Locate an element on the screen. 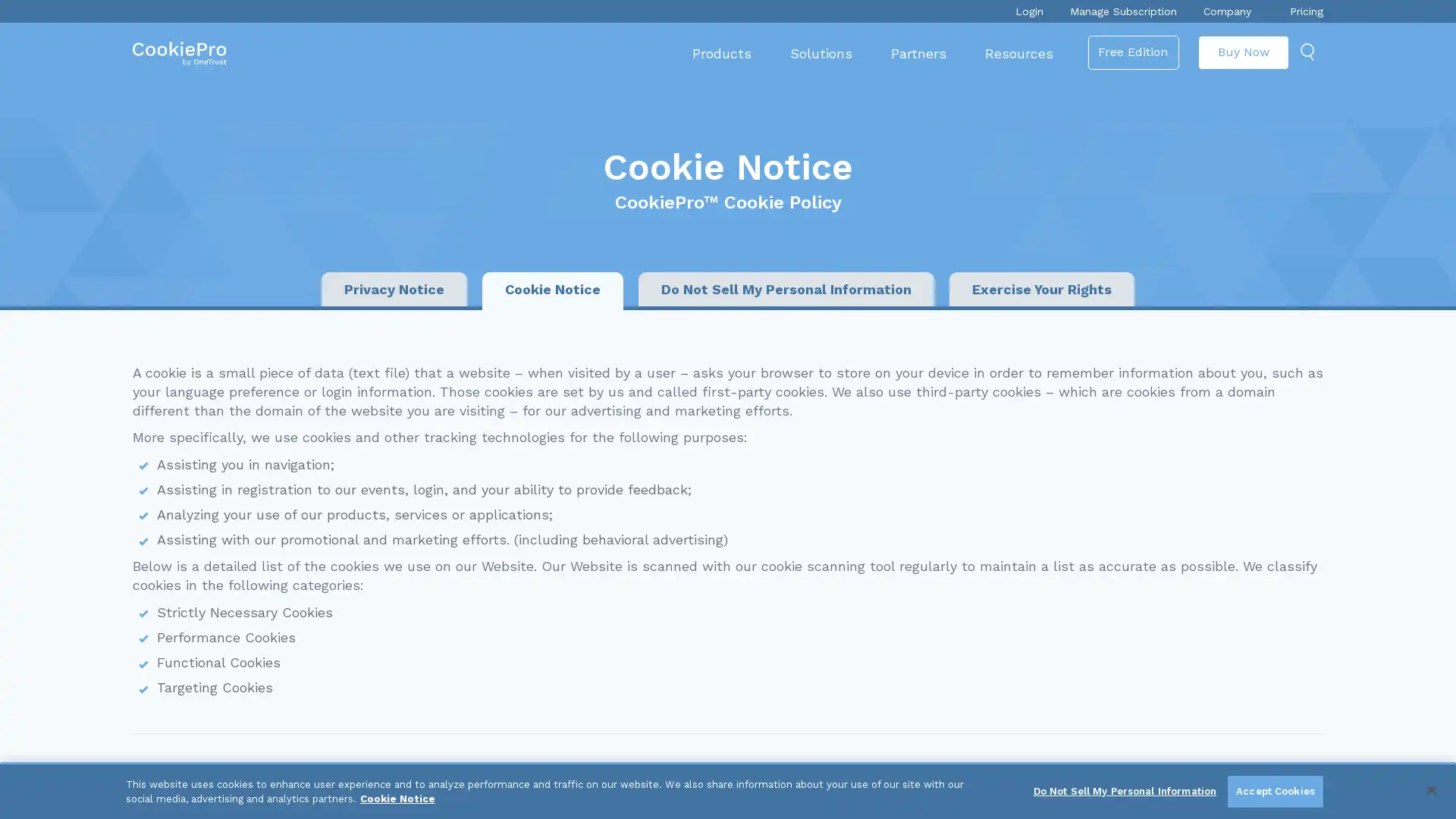  Do Not Sell My Personal Information is located at coordinates (1125, 791).